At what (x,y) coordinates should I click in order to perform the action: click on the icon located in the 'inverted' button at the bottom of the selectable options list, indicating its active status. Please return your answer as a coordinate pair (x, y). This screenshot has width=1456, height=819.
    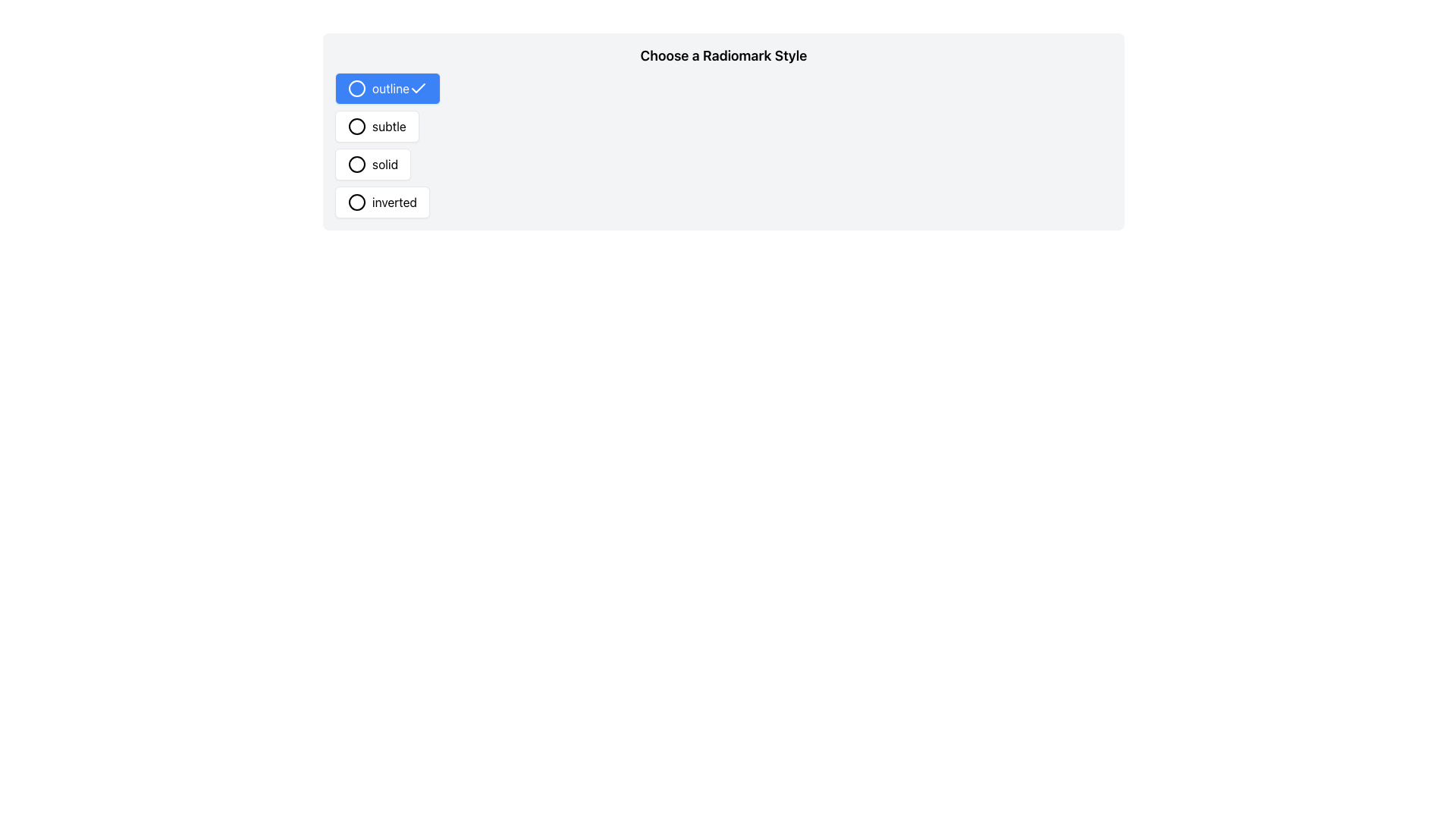
    Looking at the image, I should click on (356, 201).